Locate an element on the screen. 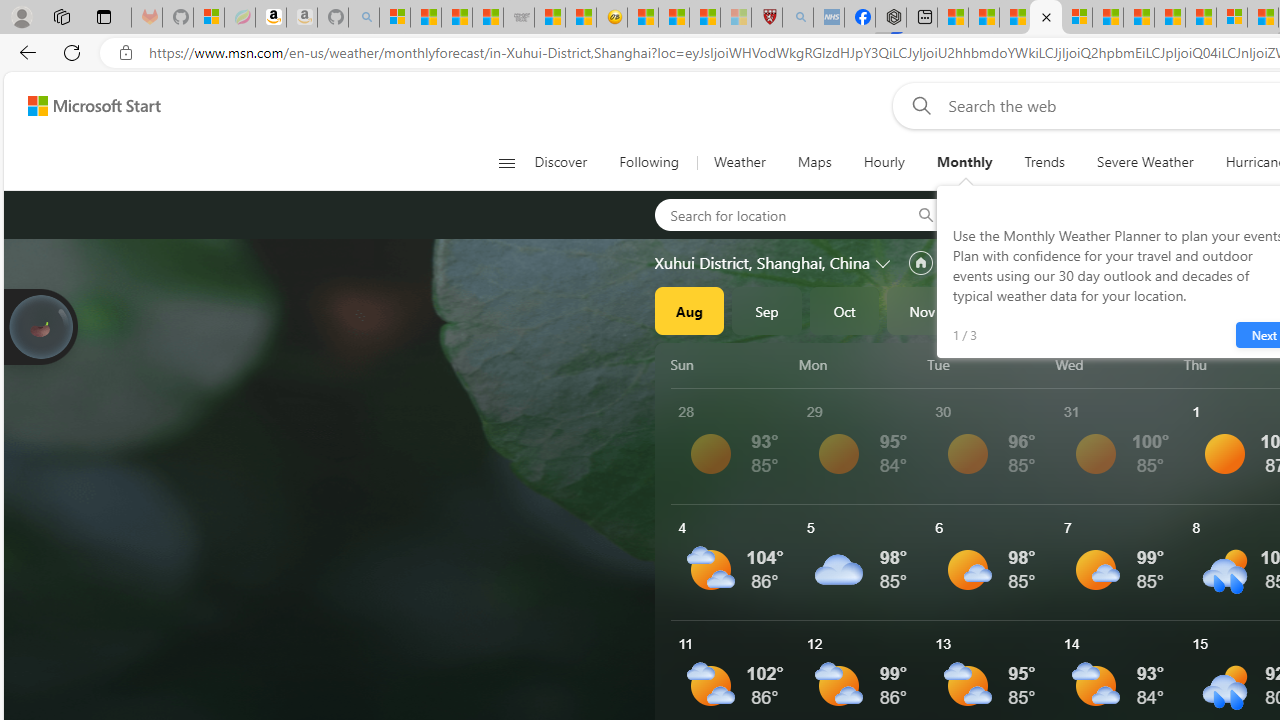  'Set as primary location' is located at coordinates (919, 262).